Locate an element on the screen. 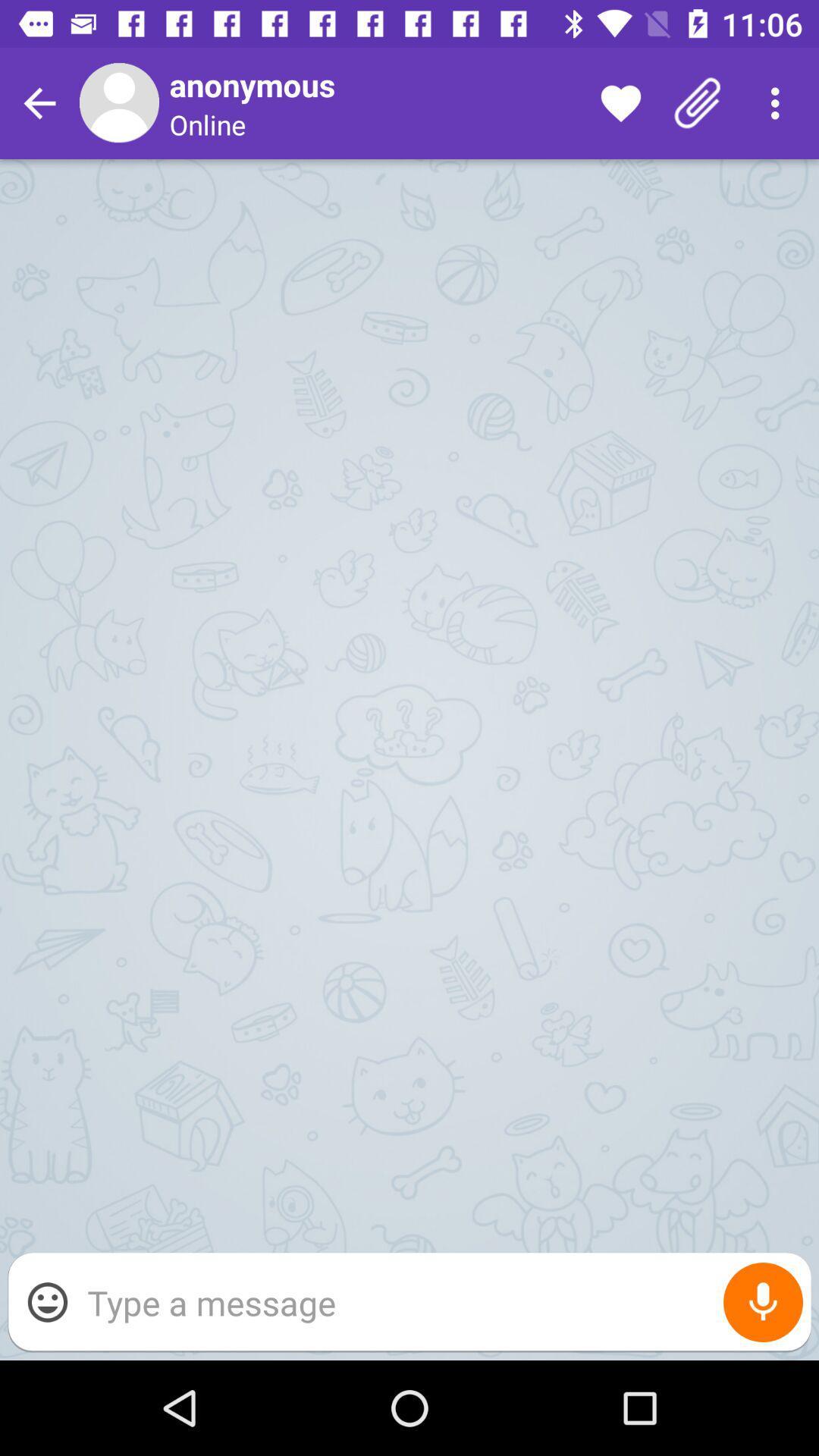 The width and height of the screenshot is (819, 1456). item next to the anonymous icon is located at coordinates (620, 102).